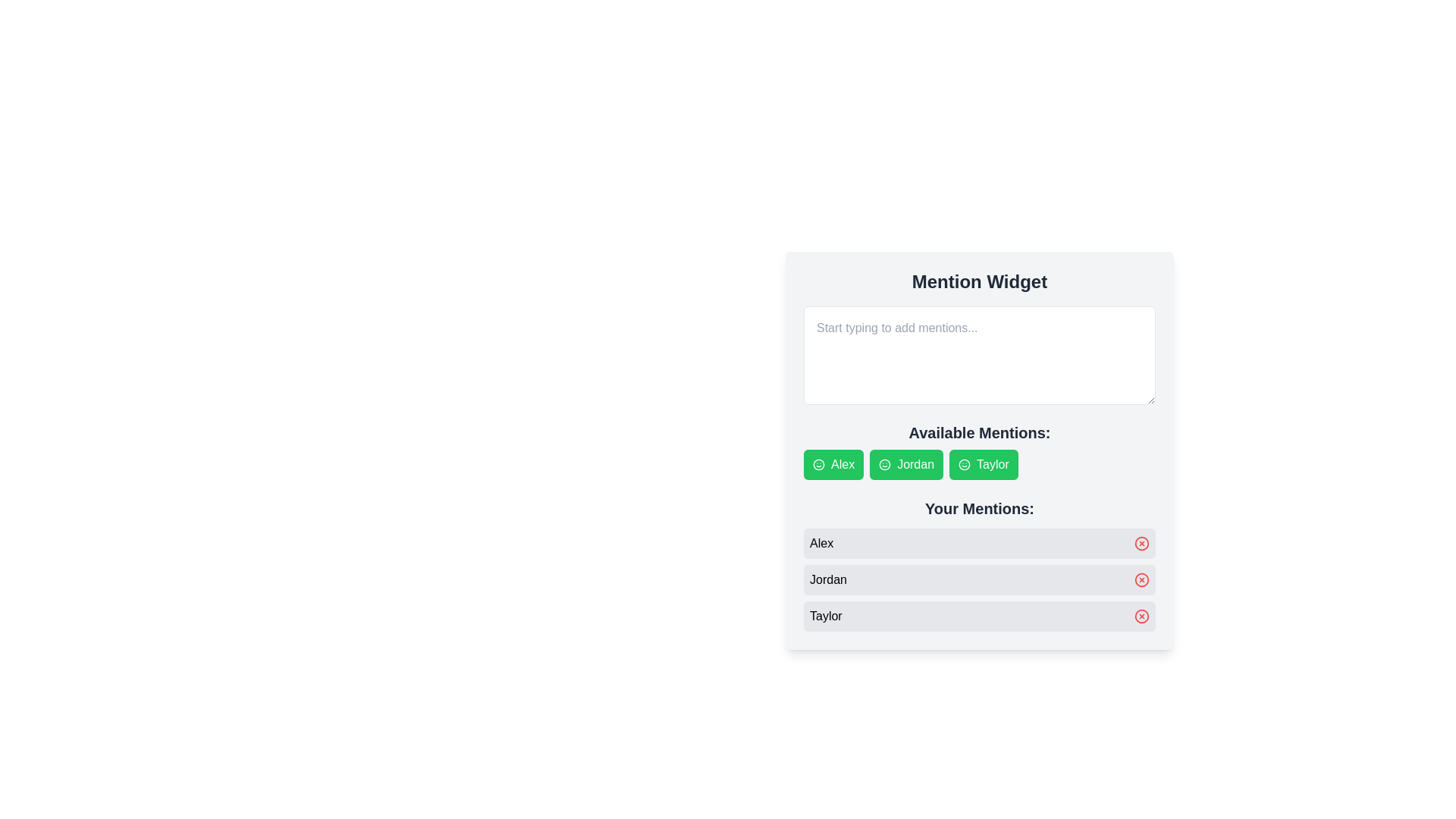 The height and width of the screenshot is (819, 1456). I want to click on the icon button that removes the mention 'Alex' from the 'Your Mentions' list, so click(1142, 543).